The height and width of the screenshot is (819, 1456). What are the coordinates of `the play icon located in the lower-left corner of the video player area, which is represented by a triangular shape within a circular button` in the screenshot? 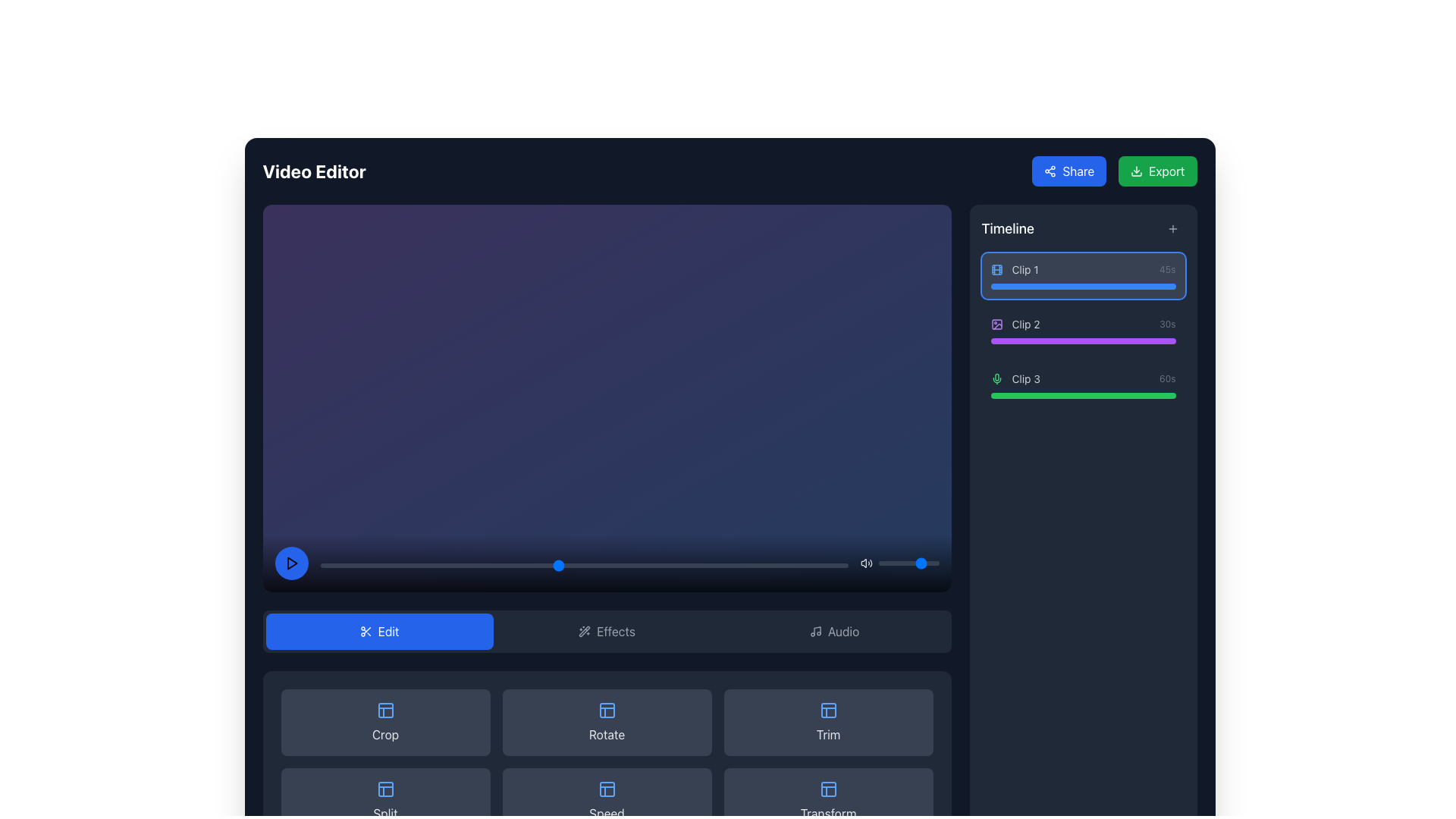 It's located at (291, 563).